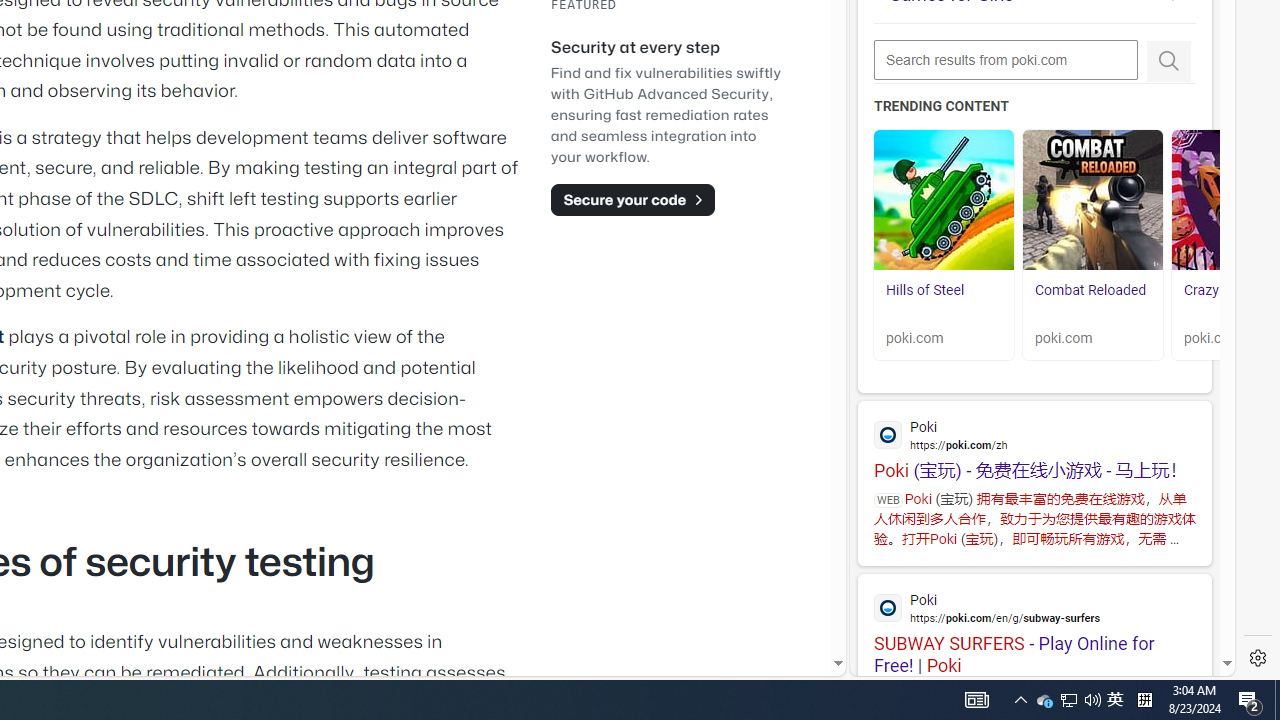  What do you see at coordinates (943, 244) in the screenshot?
I see `'Hills of Steel Hills of Steel poki.com'` at bounding box center [943, 244].